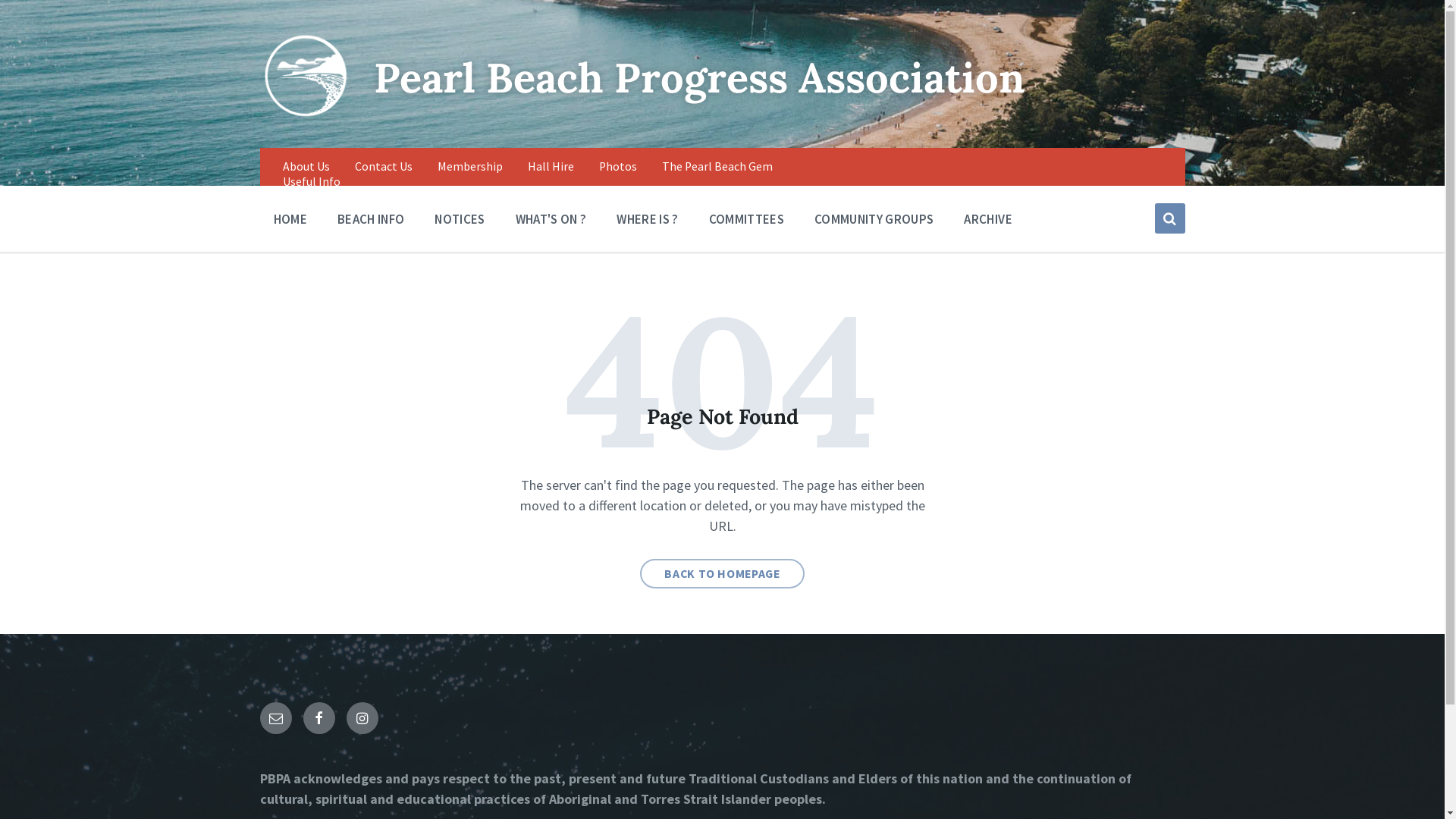 Image resolution: width=1456 pixels, height=819 pixels. What do you see at coordinates (275, 717) in the screenshot?
I see `'Email'` at bounding box center [275, 717].